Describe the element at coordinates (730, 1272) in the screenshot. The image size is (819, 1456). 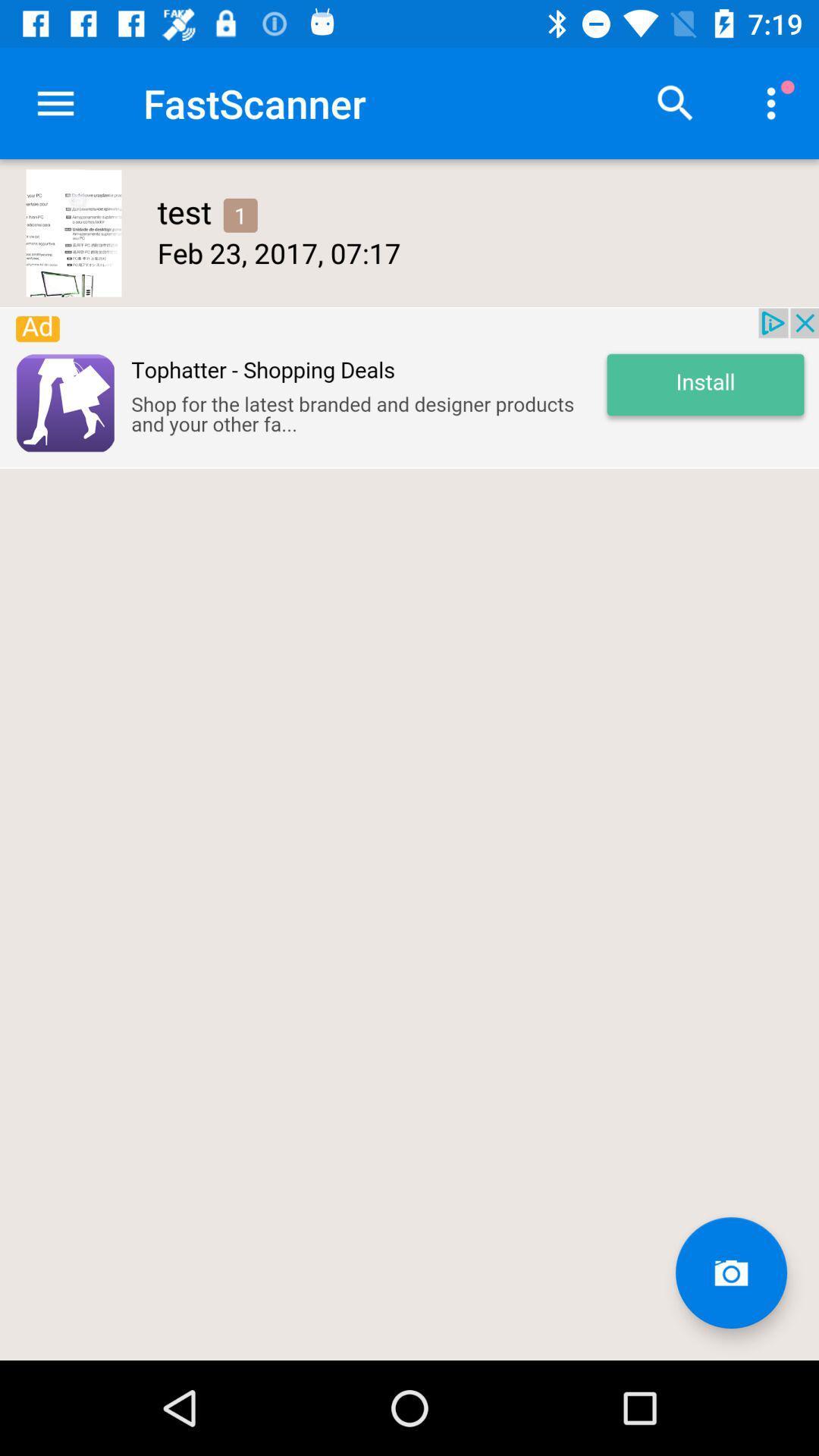
I see `the photo icon` at that location.